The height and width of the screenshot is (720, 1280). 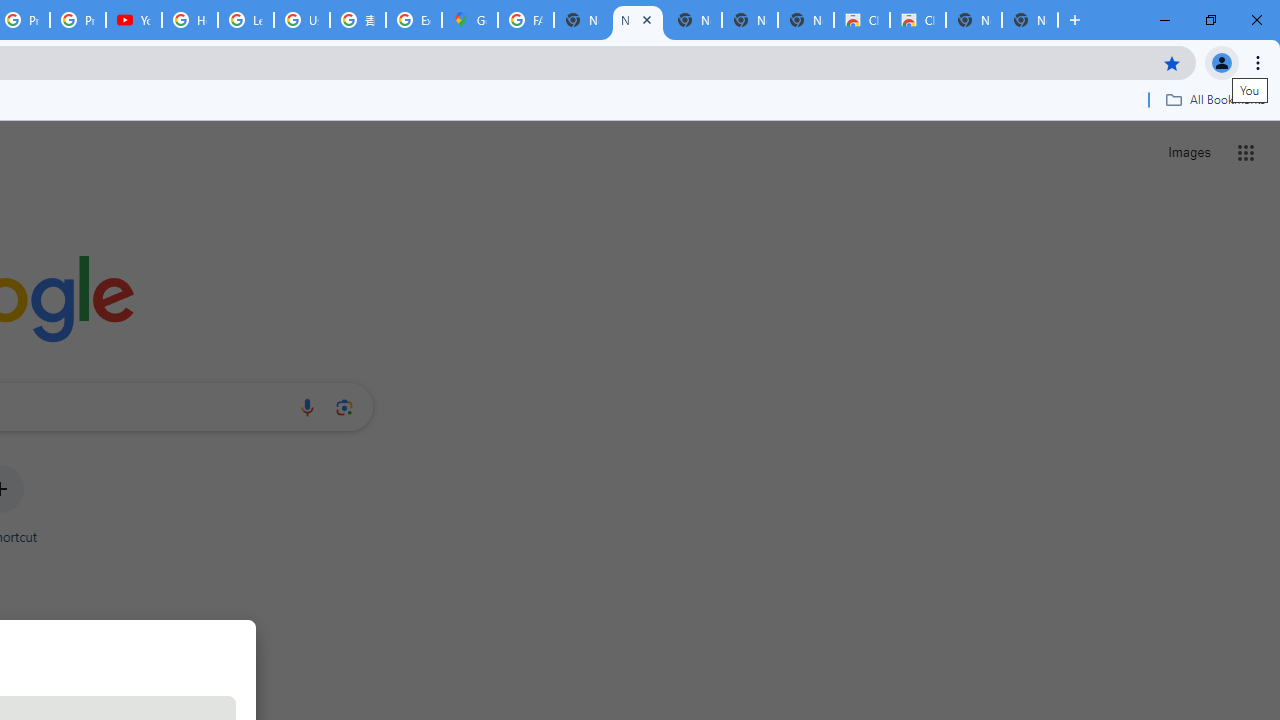 I want to click on 'How Chrome protects your passwords - Google Chrome Help', so click(x=190, y=20).